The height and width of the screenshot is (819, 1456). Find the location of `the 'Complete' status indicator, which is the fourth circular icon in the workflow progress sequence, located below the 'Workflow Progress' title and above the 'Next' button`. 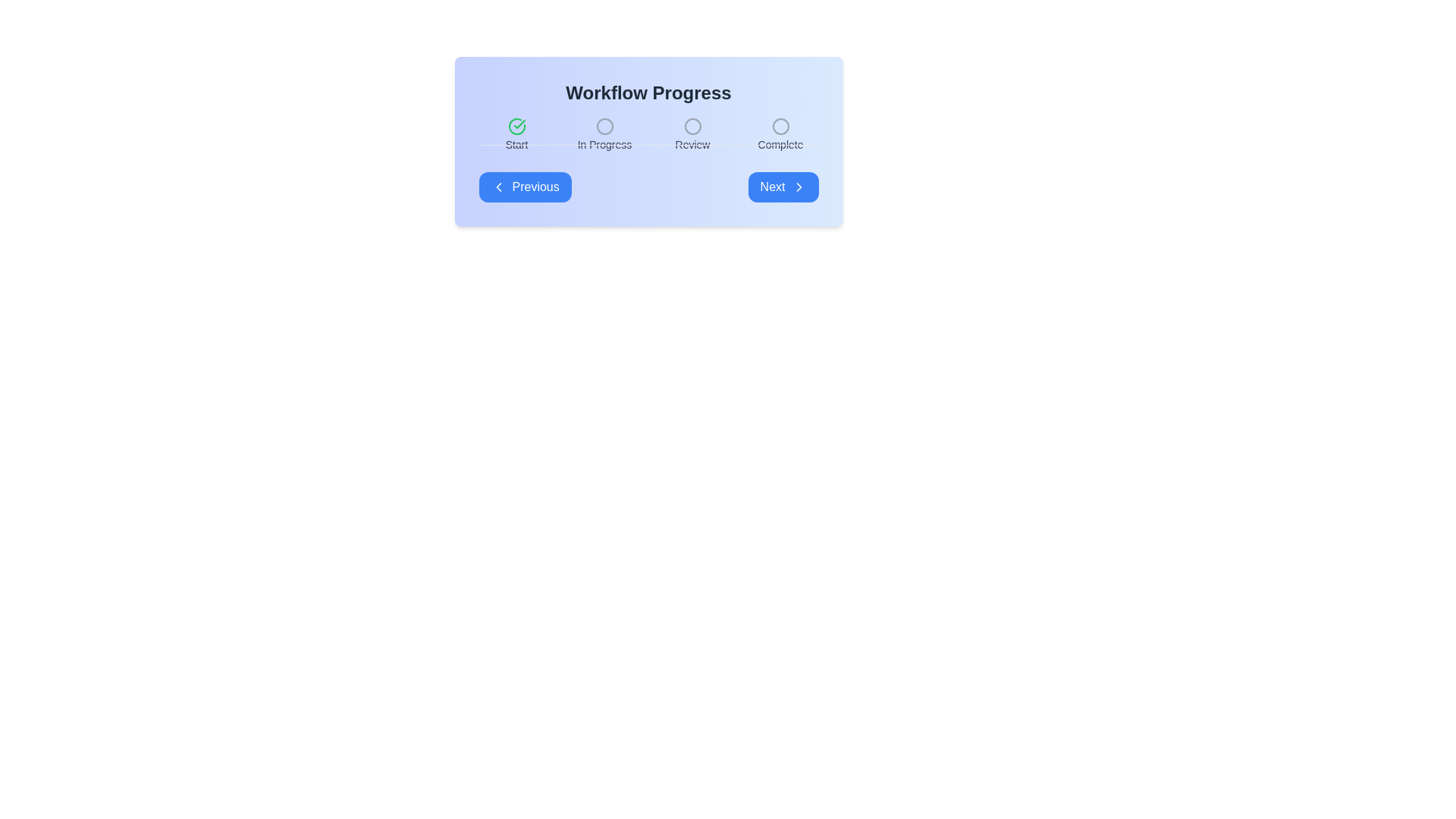

the 'Complete' status indicator, which is the fourth circular icon in the workflow progress sequence, located below the 'Workflow Progress' title and above the 'Next' button is located at coordinates (780, 125).